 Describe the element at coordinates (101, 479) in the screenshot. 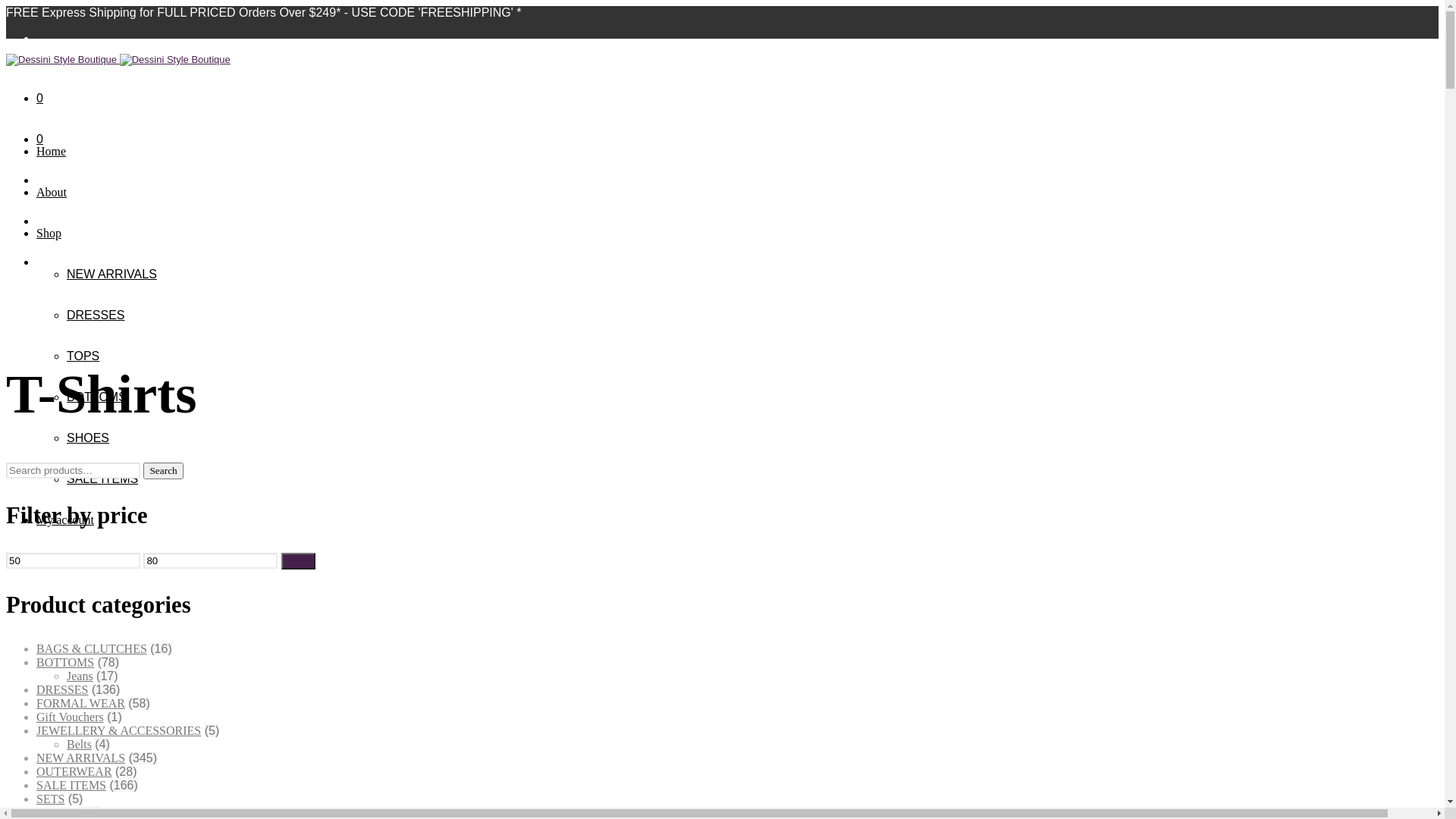

I see `'SALE ITEMS'` at that location.